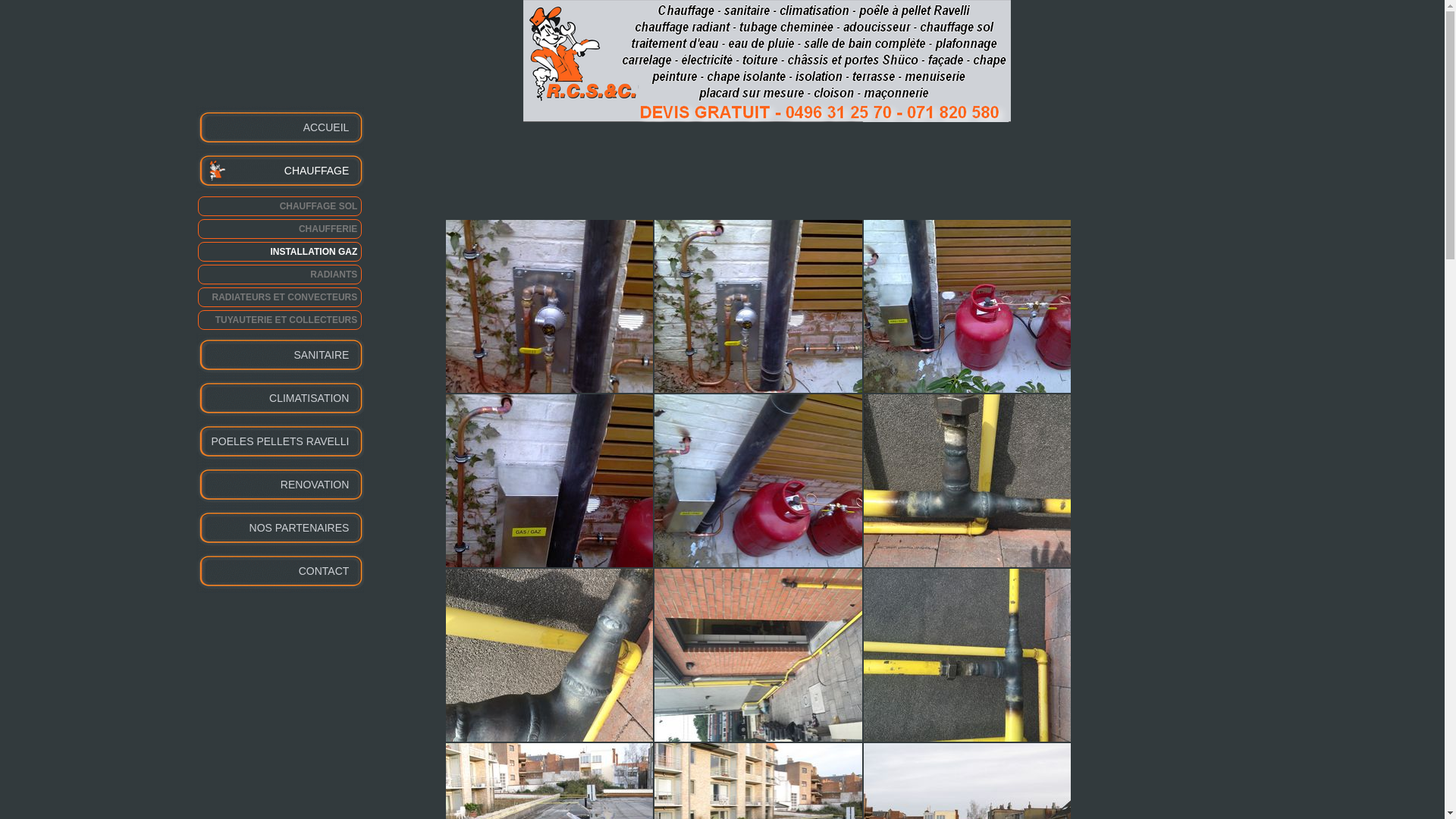  What do you see at coordinates (280, 127) in the screenshot?
I see `'ACCUEIL'` at bounding box center [280, 127].